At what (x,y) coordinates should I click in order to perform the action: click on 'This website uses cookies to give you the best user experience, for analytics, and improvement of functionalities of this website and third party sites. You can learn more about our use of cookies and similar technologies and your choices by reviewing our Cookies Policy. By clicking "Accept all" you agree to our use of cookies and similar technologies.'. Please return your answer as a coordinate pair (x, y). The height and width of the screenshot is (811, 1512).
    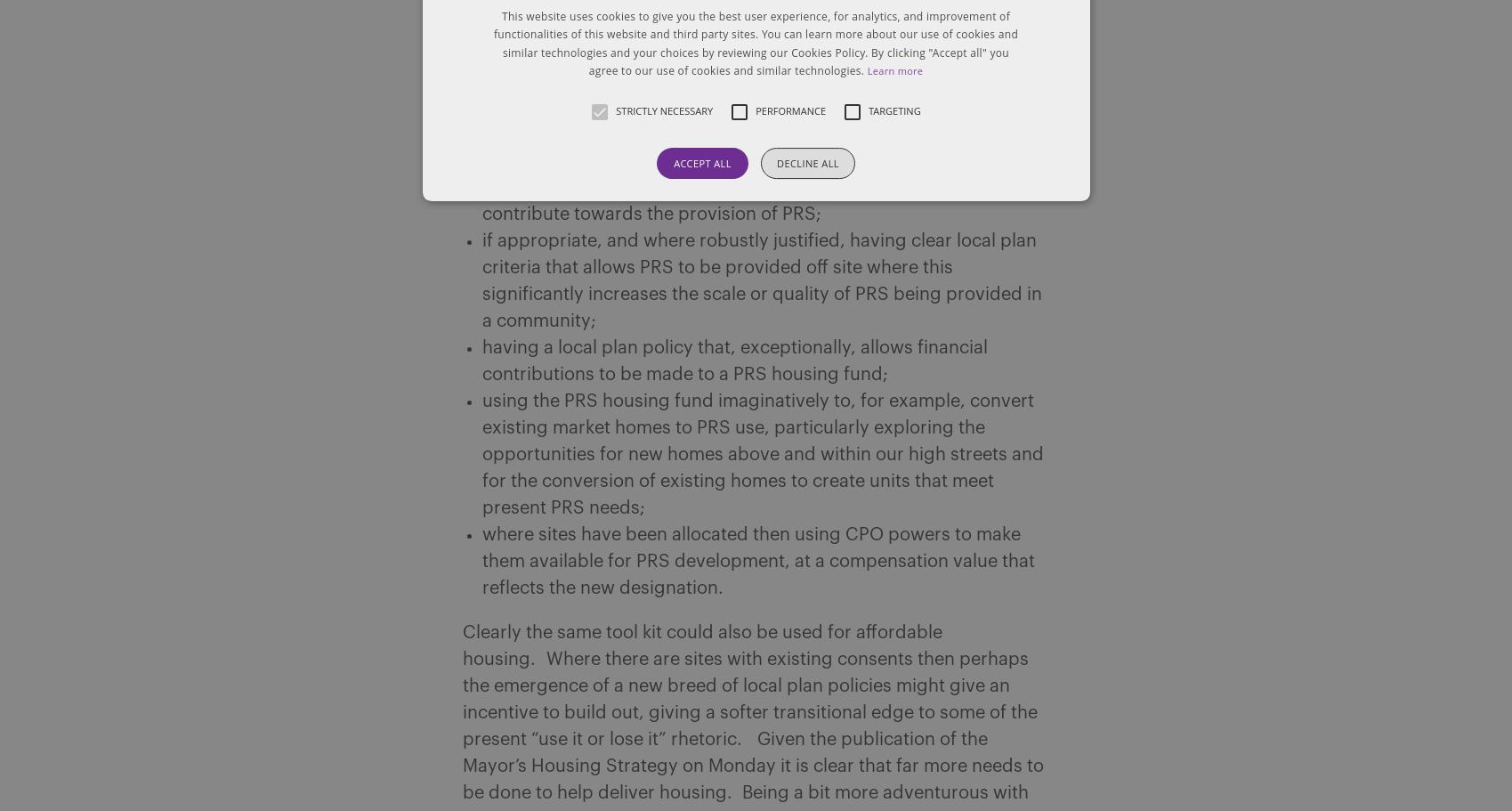
    Looking at the image, I should click on (492, 43).